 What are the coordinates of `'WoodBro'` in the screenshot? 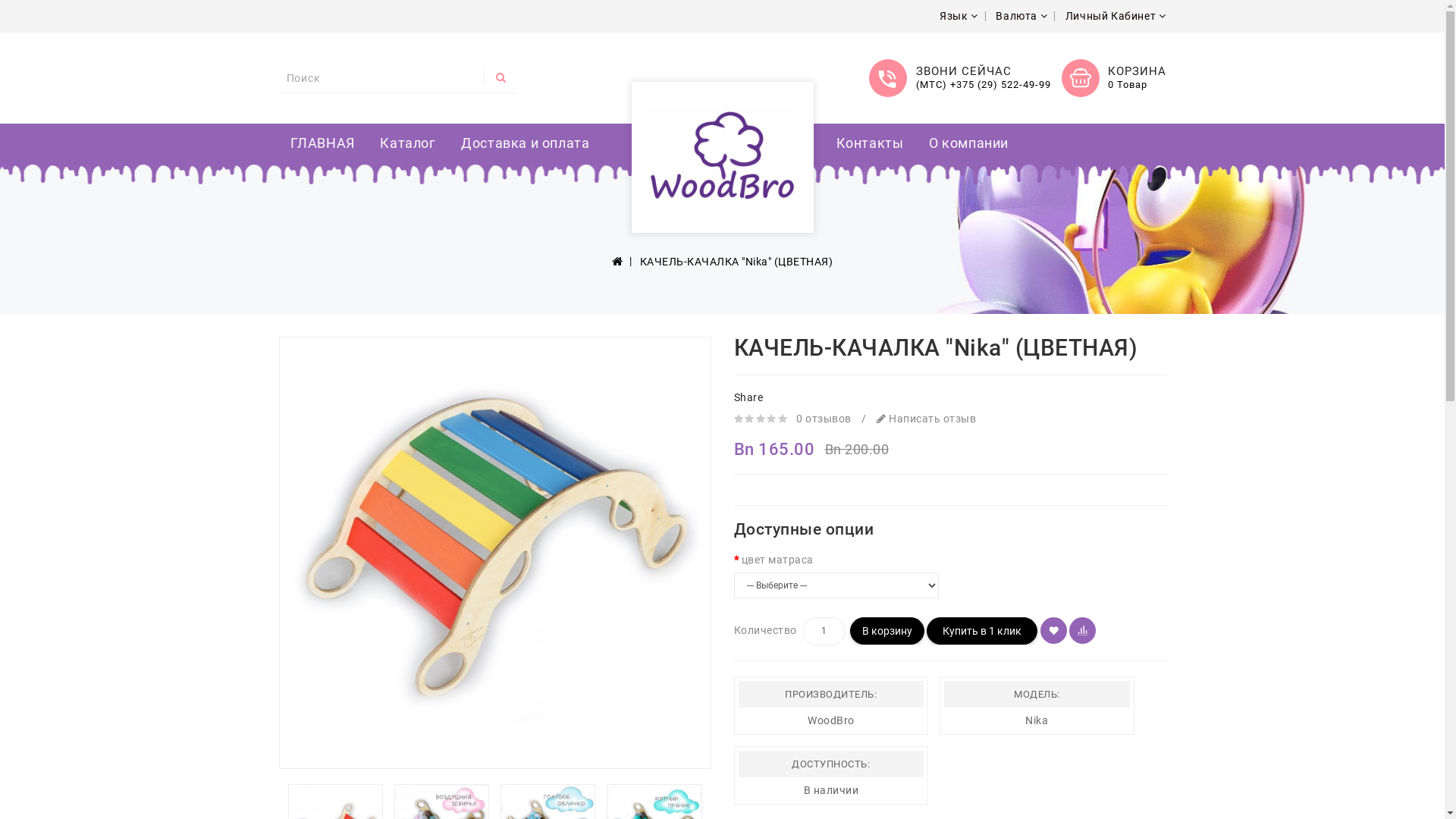 It's located at (720, 155).